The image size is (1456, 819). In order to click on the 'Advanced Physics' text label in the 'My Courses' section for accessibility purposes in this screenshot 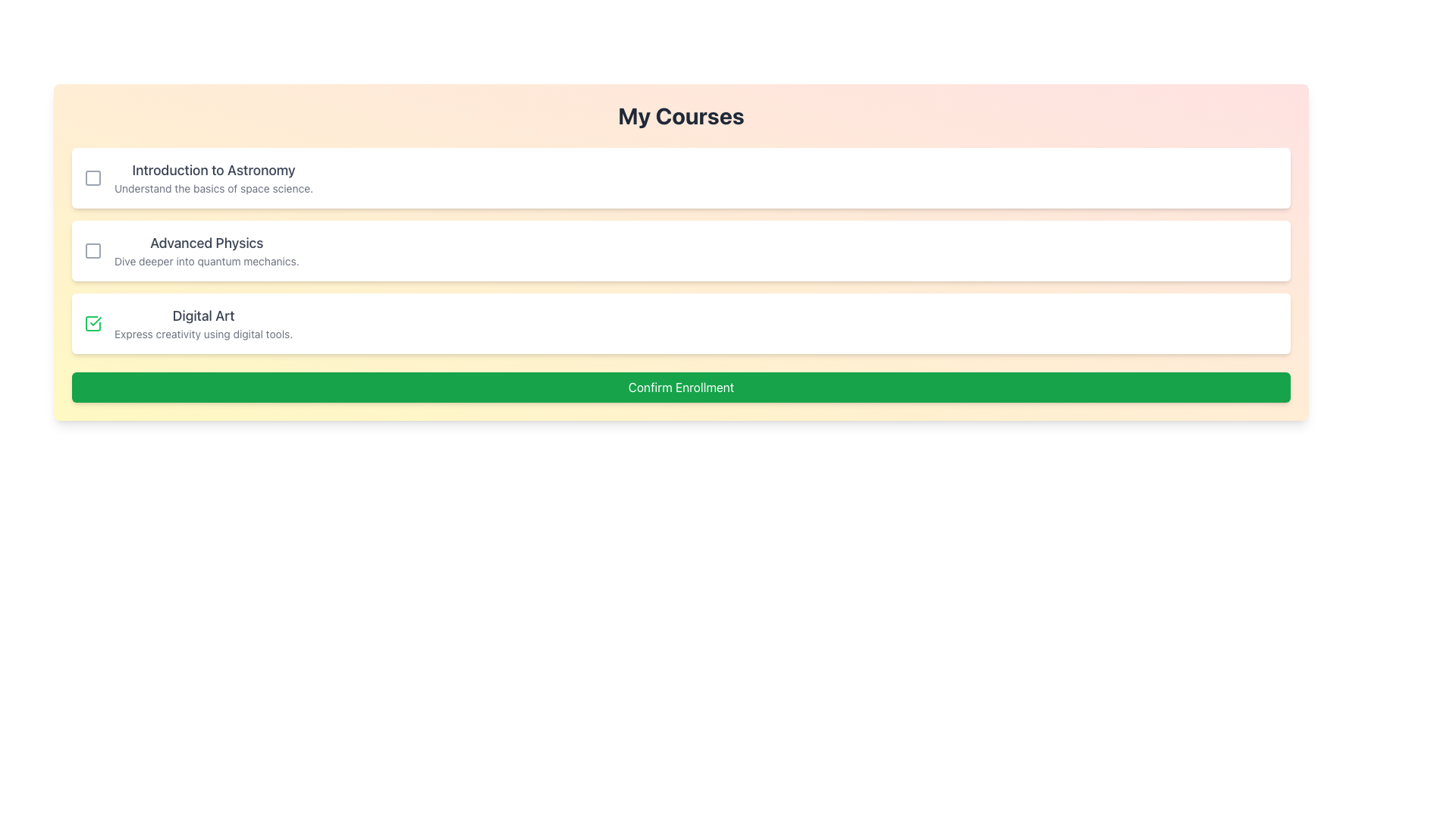, I will do `click(206, 242)`.